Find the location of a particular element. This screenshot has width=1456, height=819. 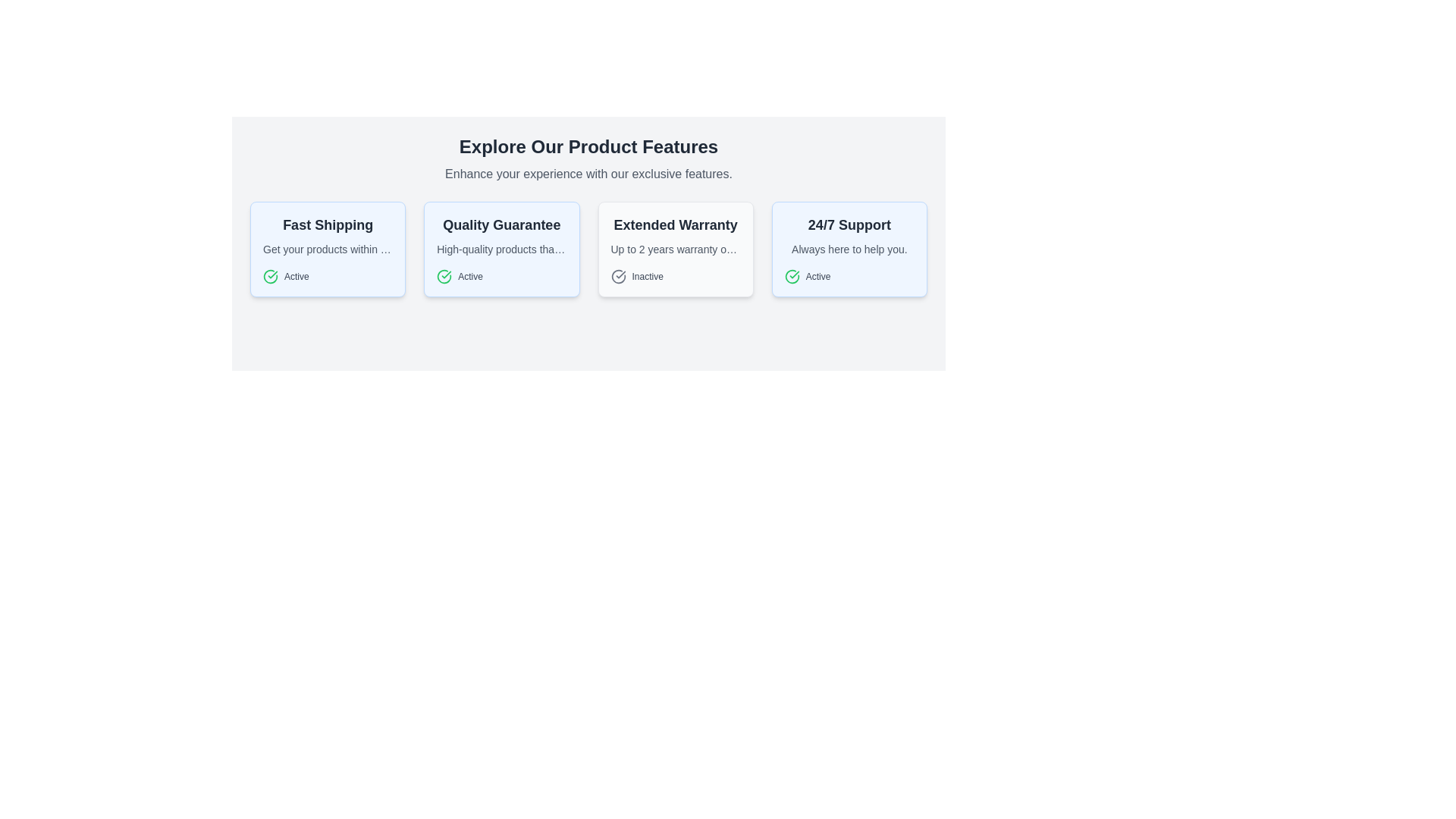

the text label reading 'Inactive' that indicates the status of 'Inactive' within the 'Extended Warranty' card is located at coordinates (648, 277).